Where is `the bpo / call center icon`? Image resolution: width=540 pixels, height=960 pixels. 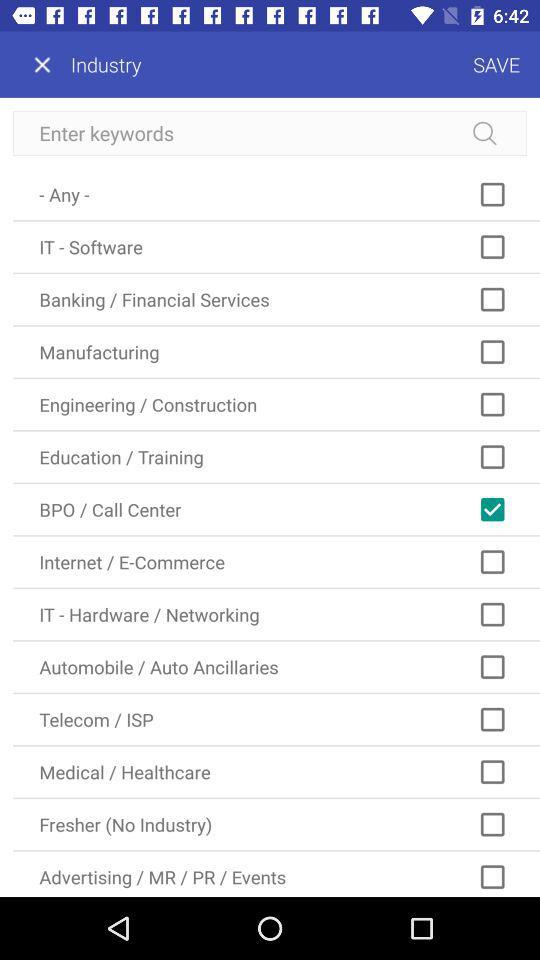 the bpo / call center icon is located at coordinates (275, 508).